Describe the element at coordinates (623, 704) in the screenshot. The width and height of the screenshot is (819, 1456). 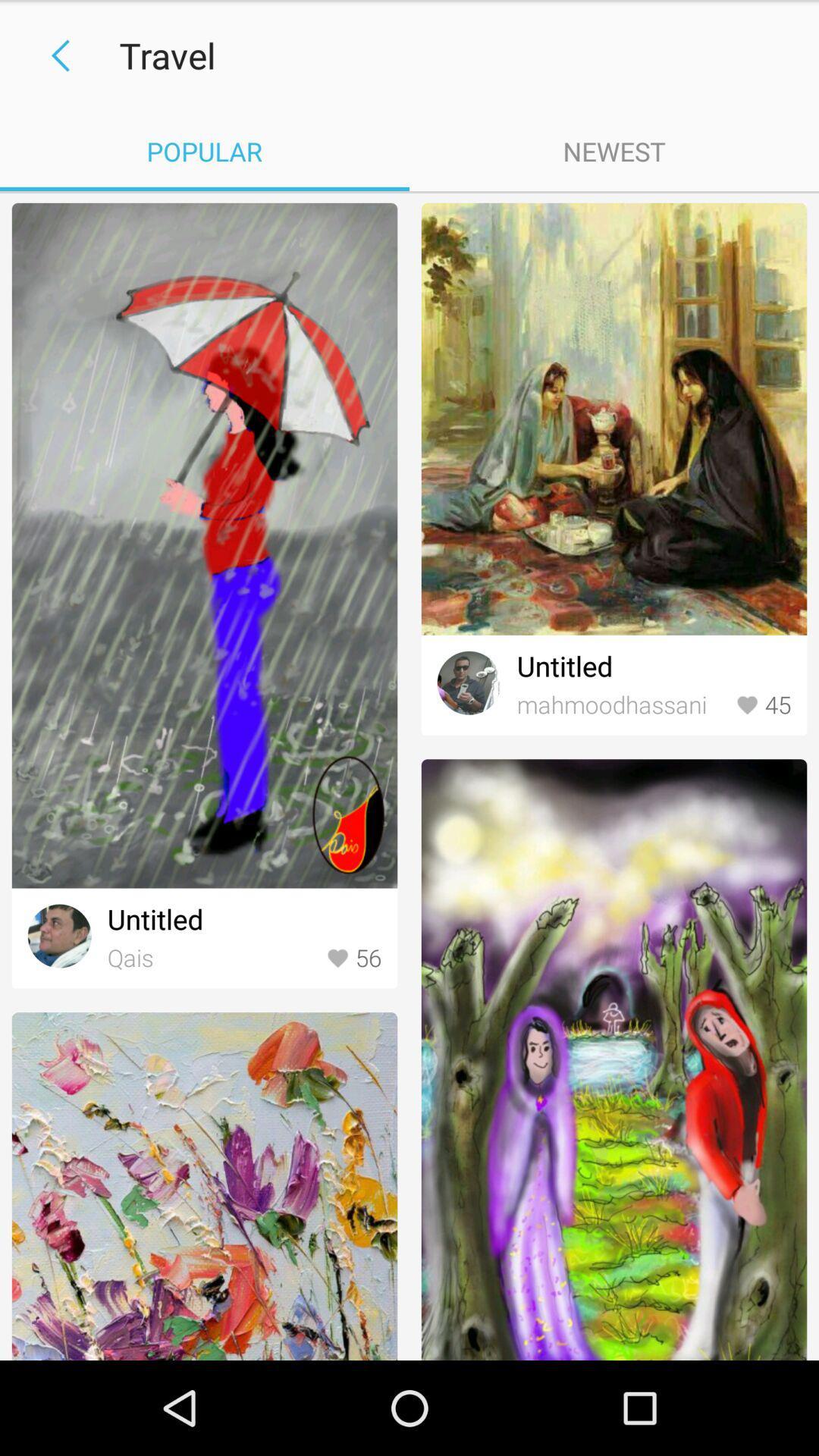
I see `mahmoodhassani` at that location.